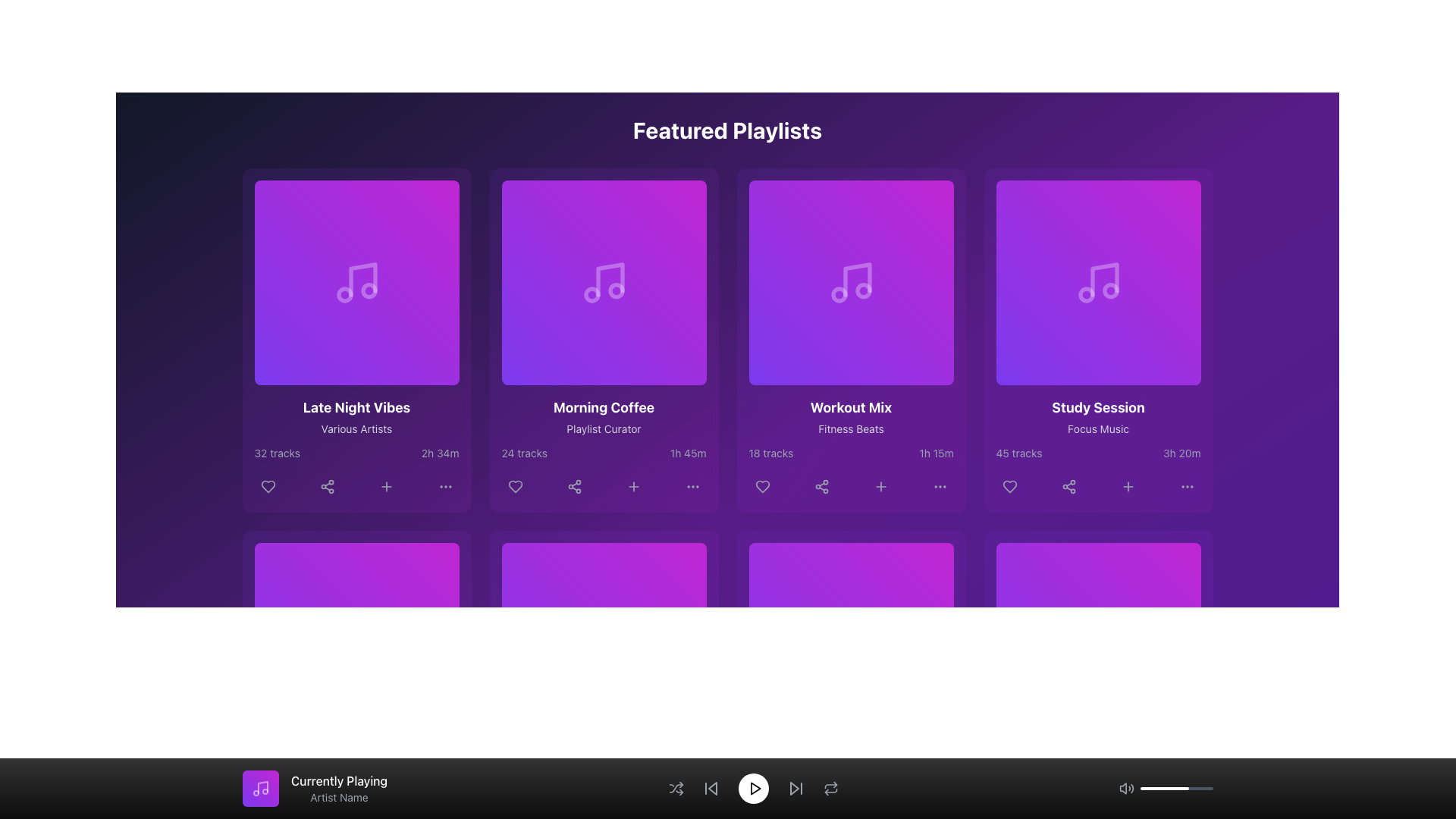  I want to click on the play button icon located in the 'Study Session' playlist card, which is in the fourth column of the first row of the 'Featured Playlists' grid, so click(1100, 283).